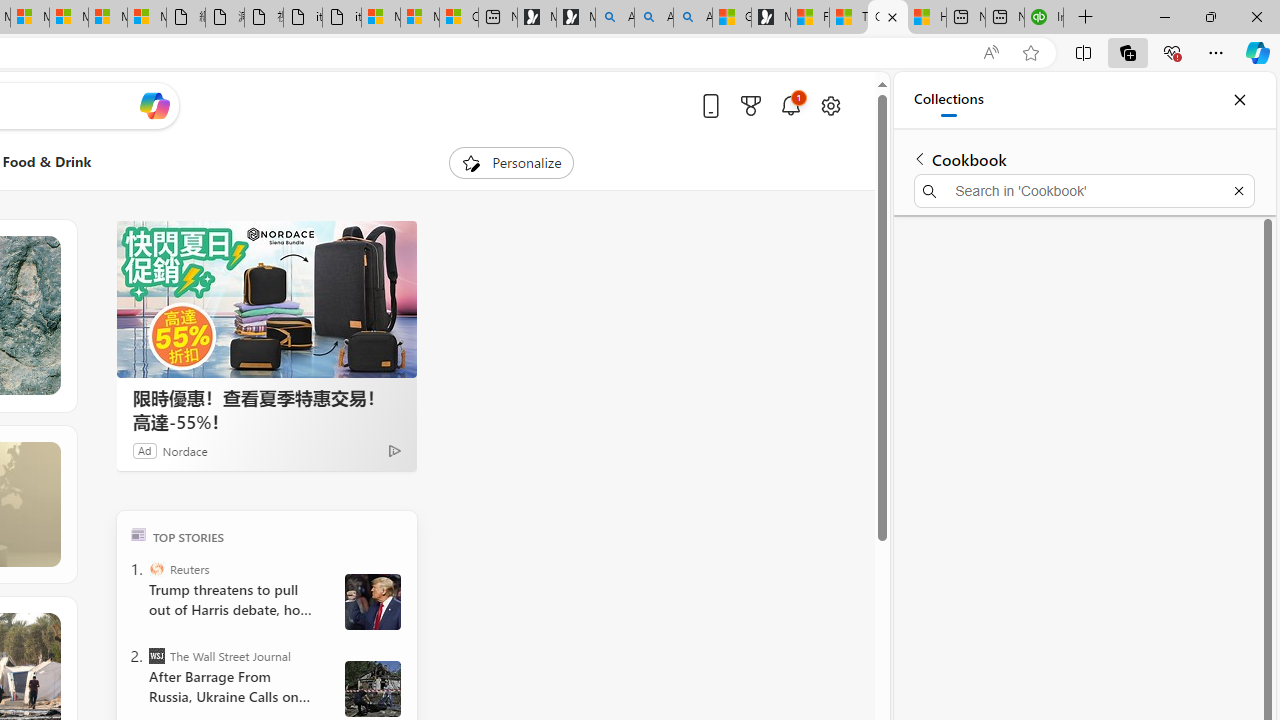 The height and width of the screenshot is (720, 1280). Describe the element at coordinates (925, 17) in the screenshot. I see `'How to Use a TV as a Computer Monitor'` at that location.